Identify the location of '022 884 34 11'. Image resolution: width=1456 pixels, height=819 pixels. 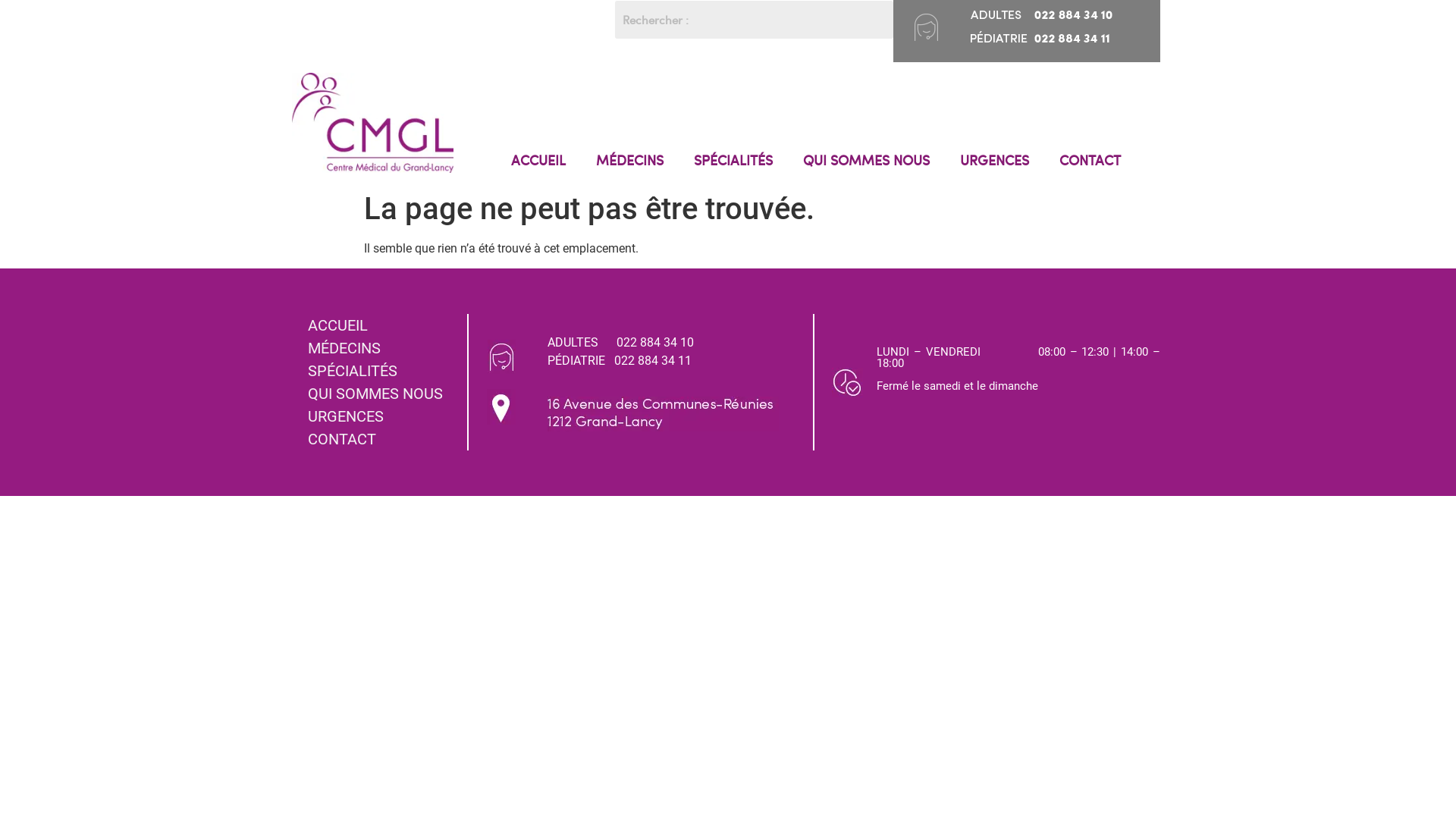
(652, 360).